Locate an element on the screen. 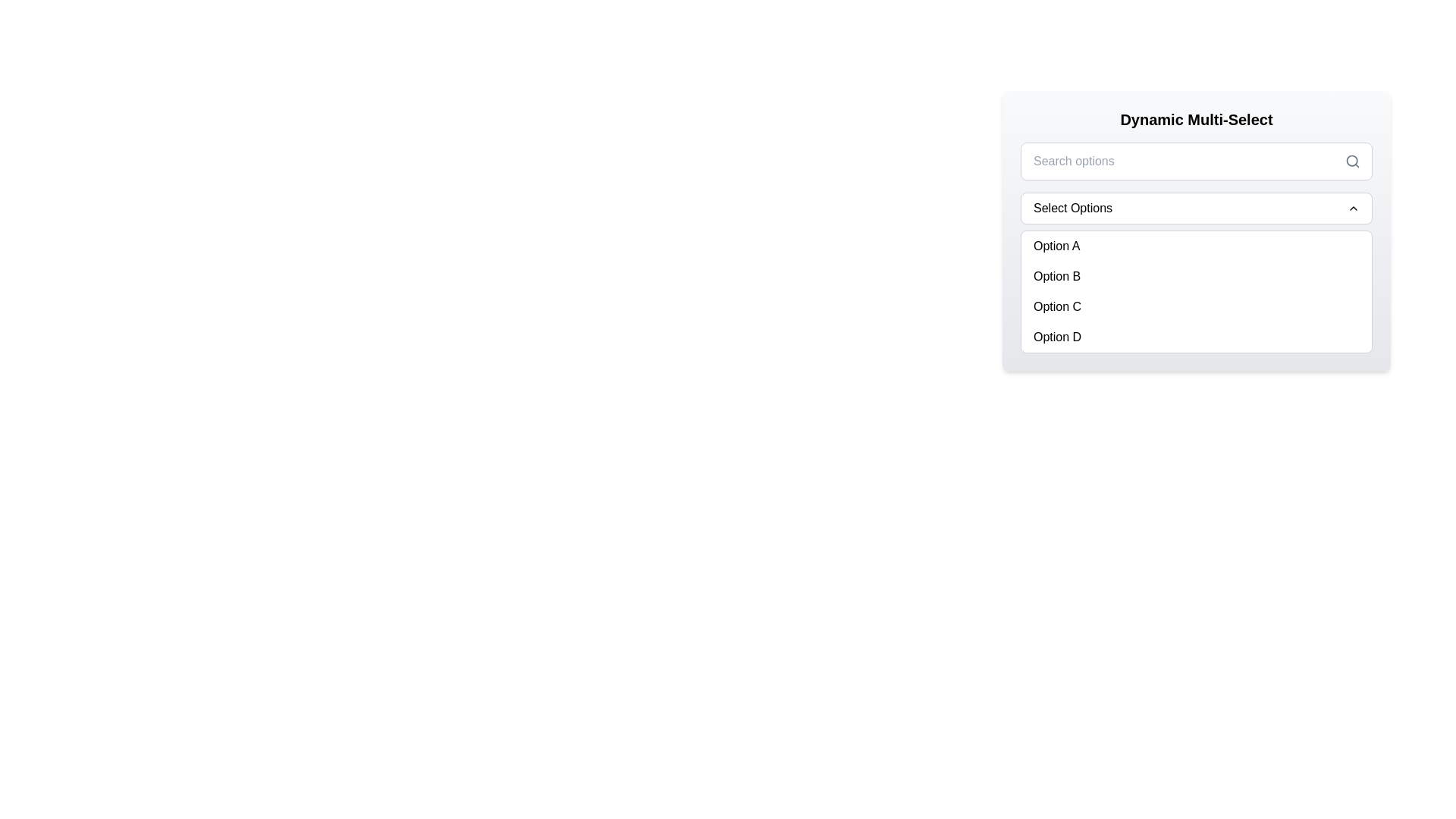  the text 'Option C' in the dropdown menu is located at coordinates (1056, 307).